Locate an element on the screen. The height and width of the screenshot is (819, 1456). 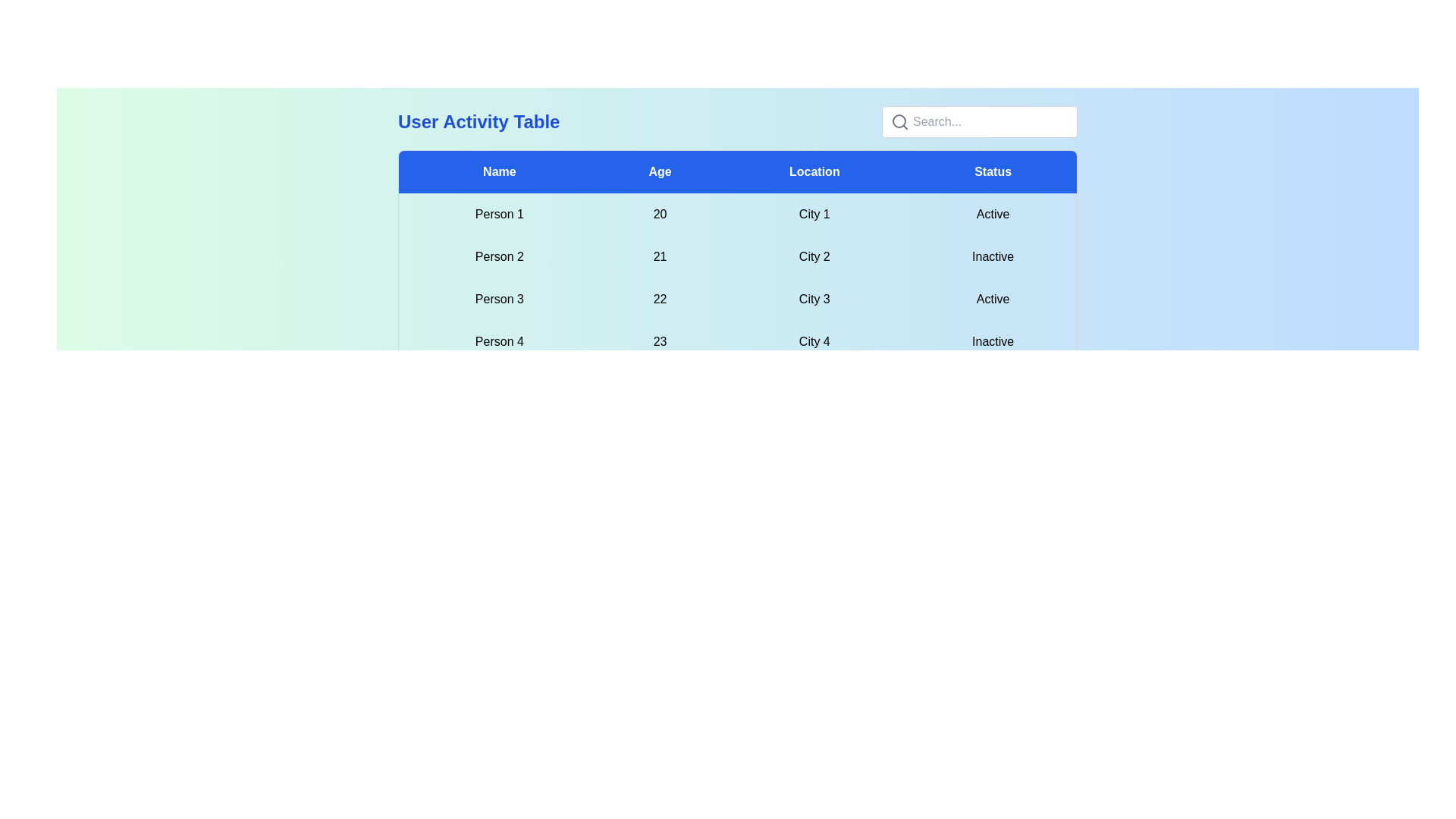
the row corresponding to 1 is located at coordinates (738, 214).